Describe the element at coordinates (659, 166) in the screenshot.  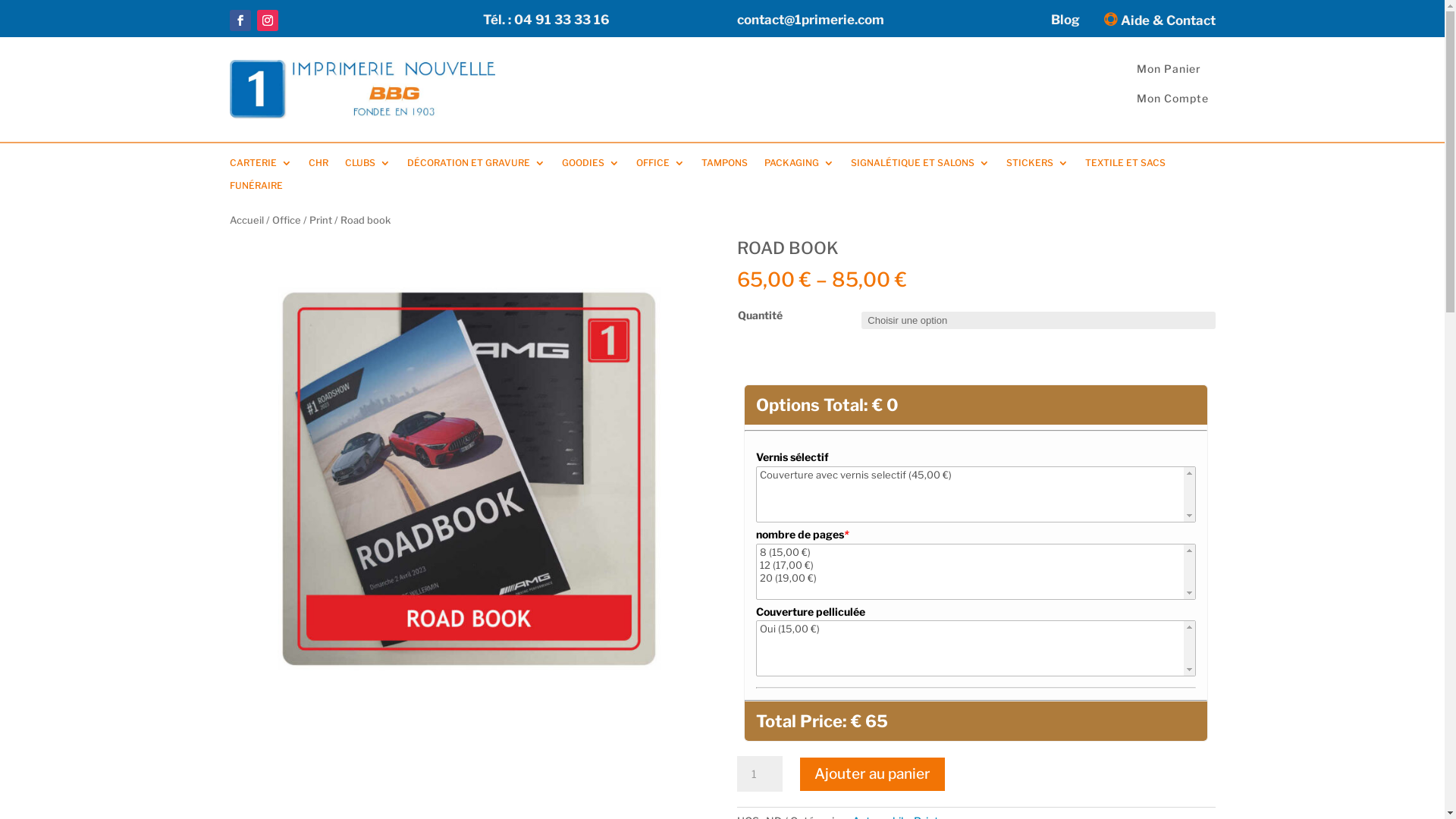
I see `'OFFICE'` at that location.